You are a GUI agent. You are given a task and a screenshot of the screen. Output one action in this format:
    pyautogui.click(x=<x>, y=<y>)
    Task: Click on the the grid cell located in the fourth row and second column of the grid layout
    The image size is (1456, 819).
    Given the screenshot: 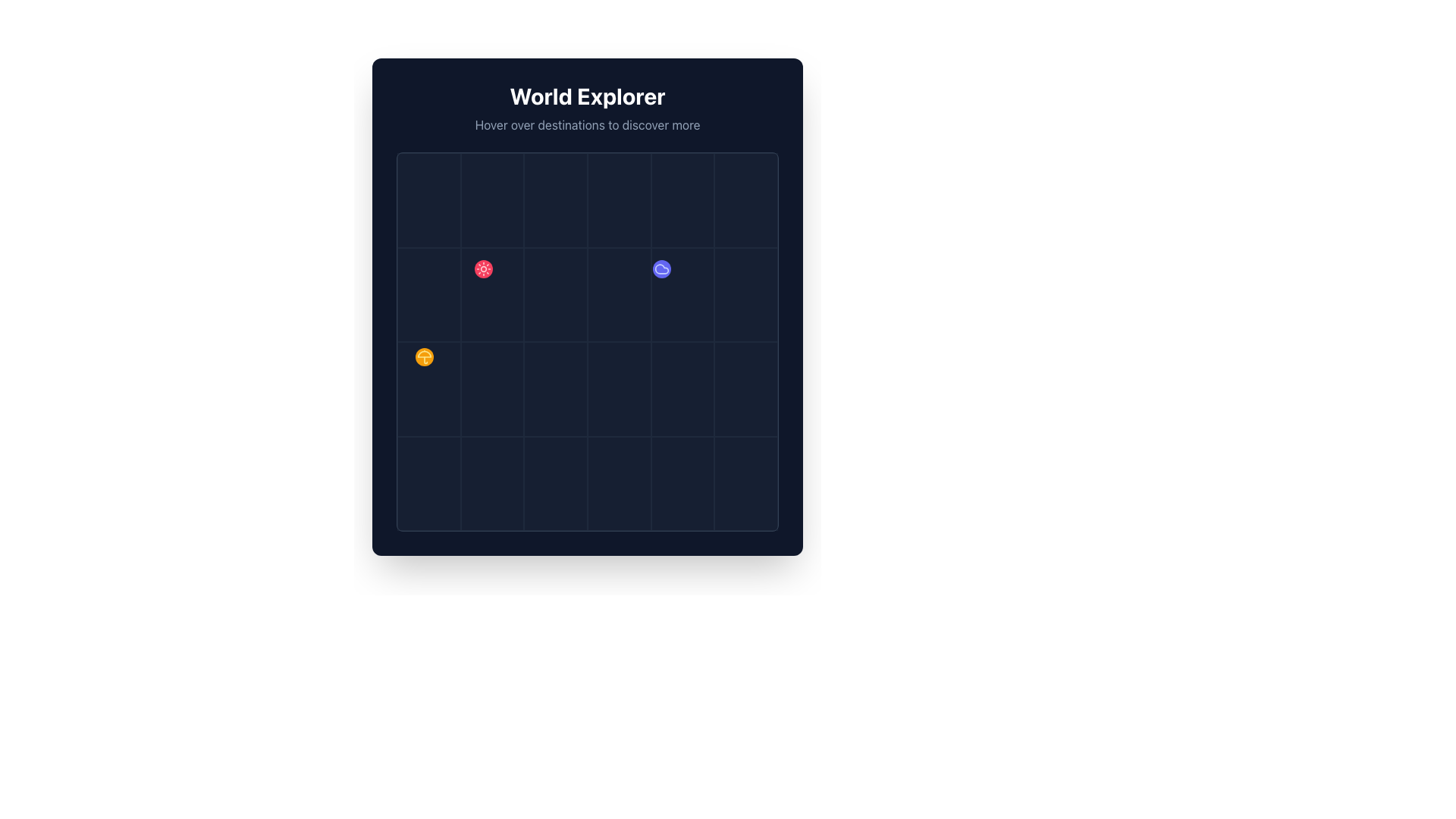 What is the action you would take?
    pyautogui.click(x=492, y=483)
    